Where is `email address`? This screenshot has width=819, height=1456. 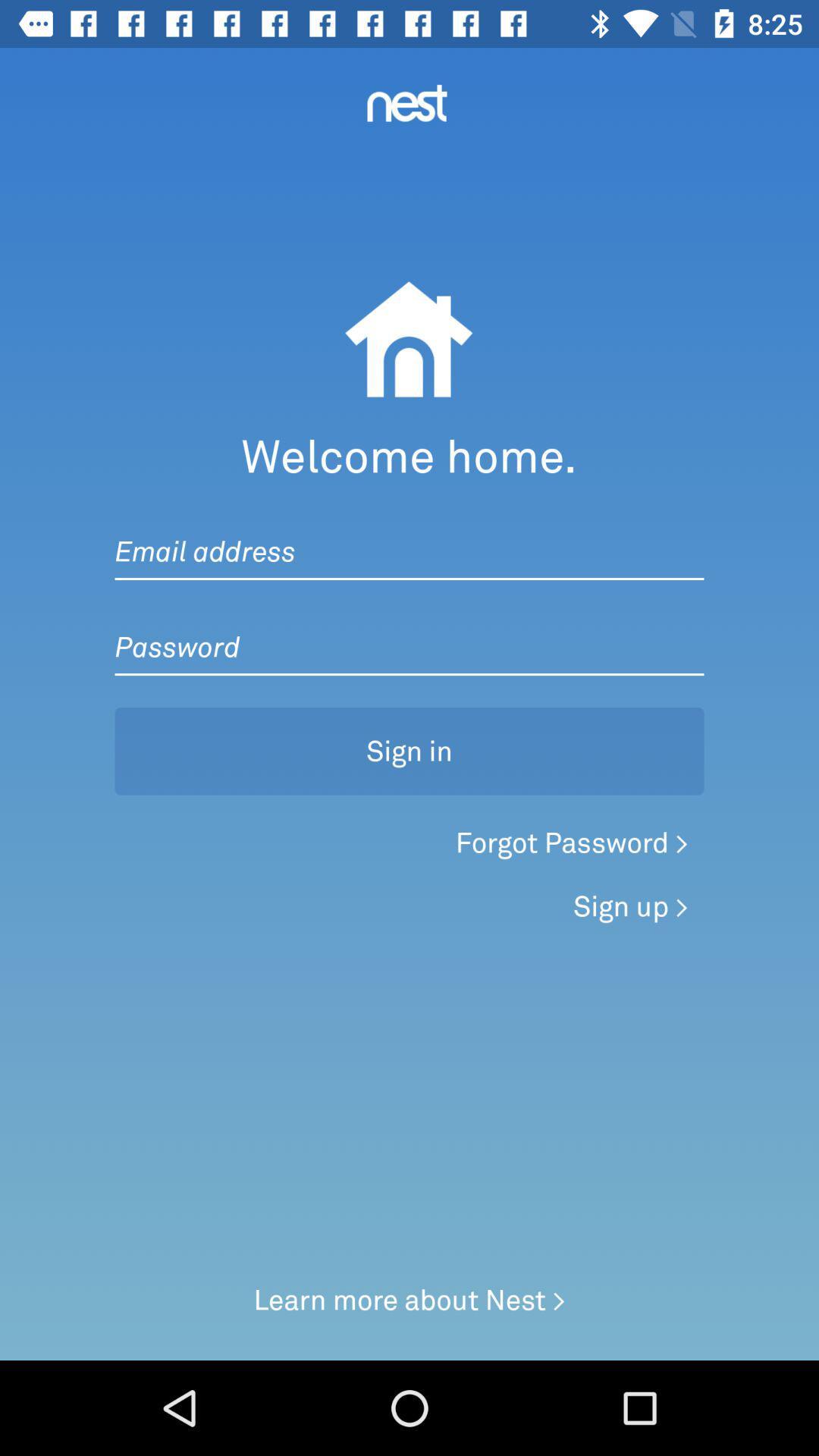 email address is located at coordinates (409, 536).